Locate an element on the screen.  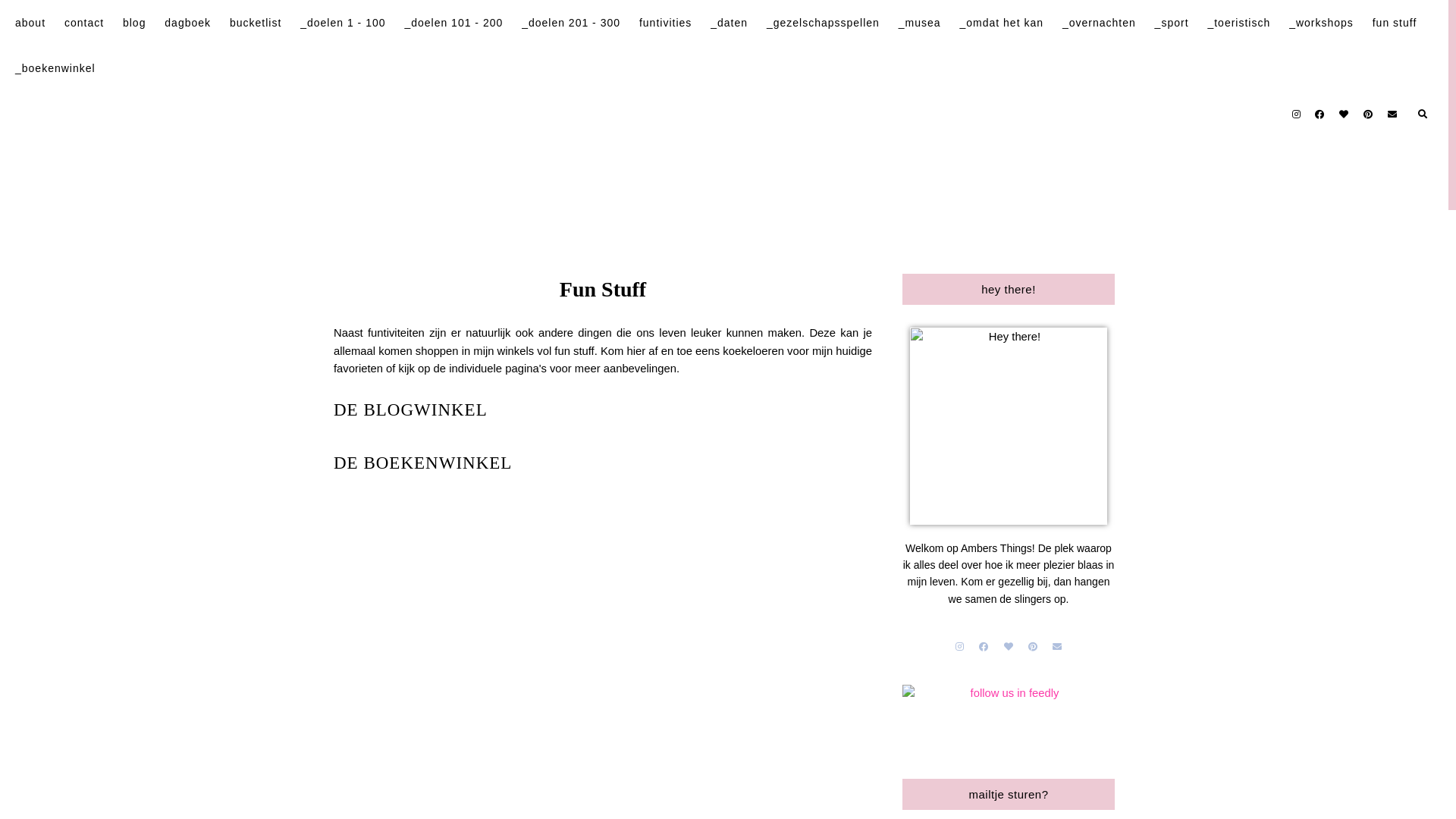
'bucketlist' is located at coordinates (255, 23).